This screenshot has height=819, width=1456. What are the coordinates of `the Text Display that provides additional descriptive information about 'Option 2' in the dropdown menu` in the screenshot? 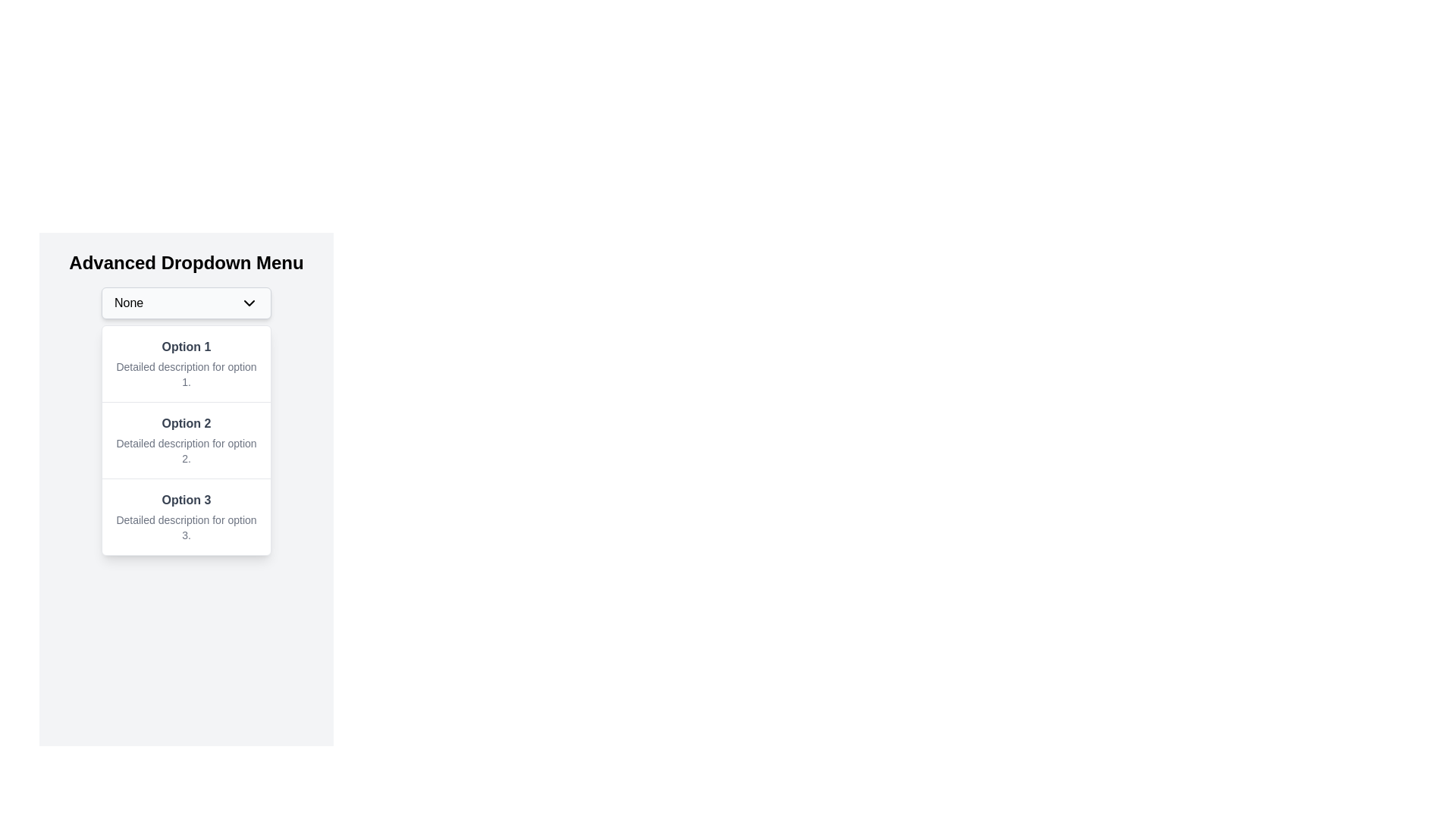 It's located at (185, 450).